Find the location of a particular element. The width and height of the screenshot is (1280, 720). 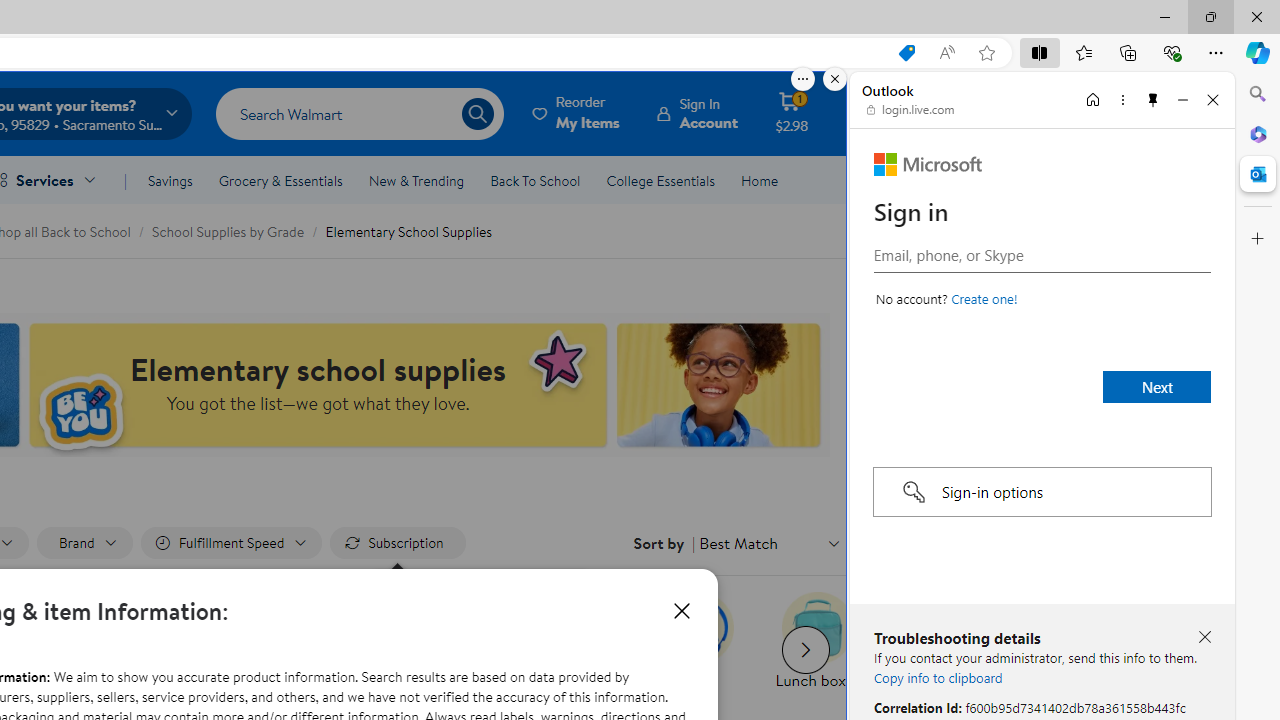

'More options.' is located at coordinates (803, 78).